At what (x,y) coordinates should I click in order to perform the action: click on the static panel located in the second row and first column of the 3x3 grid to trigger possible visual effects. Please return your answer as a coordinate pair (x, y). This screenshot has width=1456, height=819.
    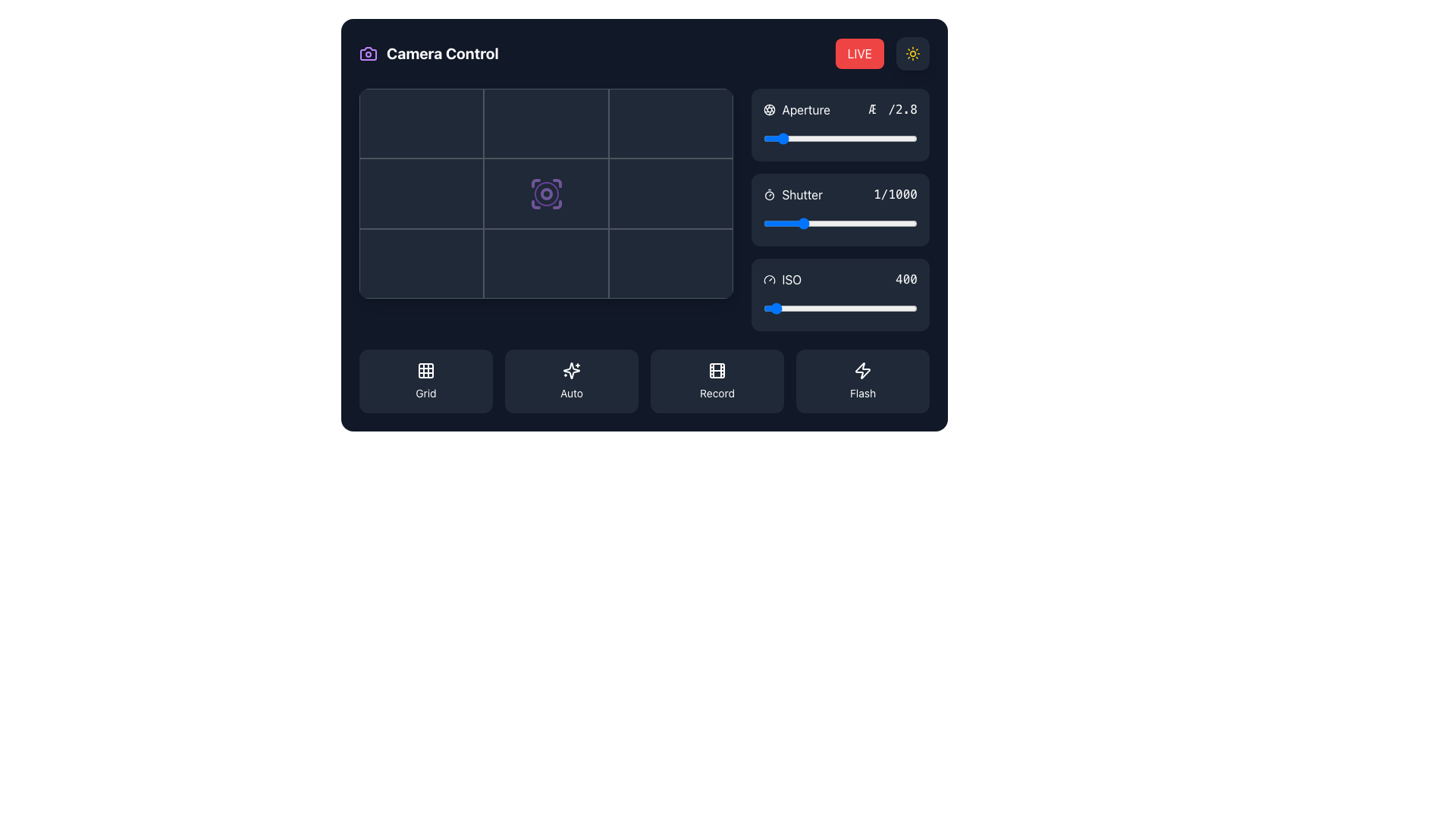
    Looking at the image, I should click on (422, 193).